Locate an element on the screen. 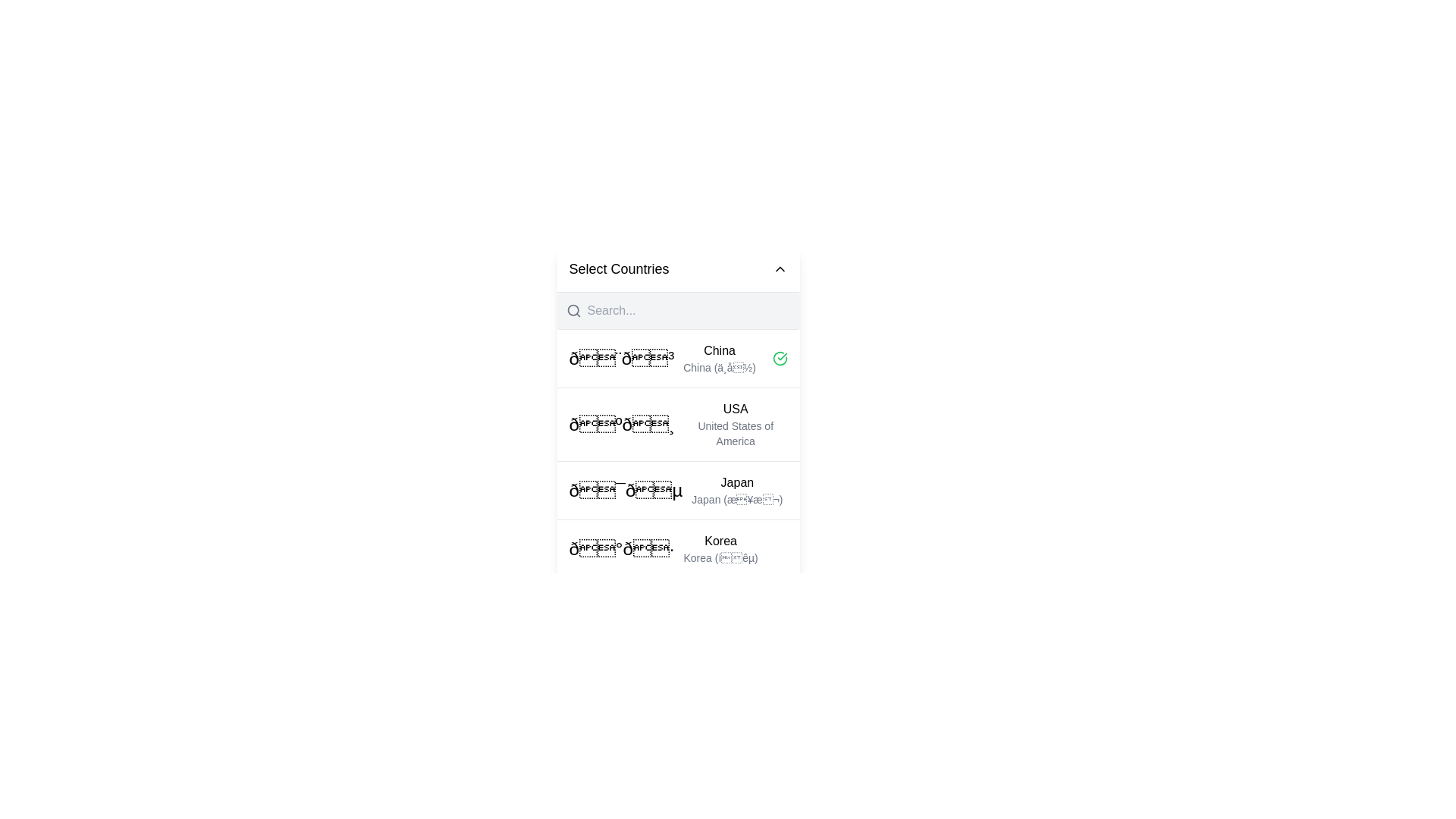  the static text label that provides additional information about the country 'China', specifically displaying its name in another script, located below the header and search bar is located at coordinates (719, 368).